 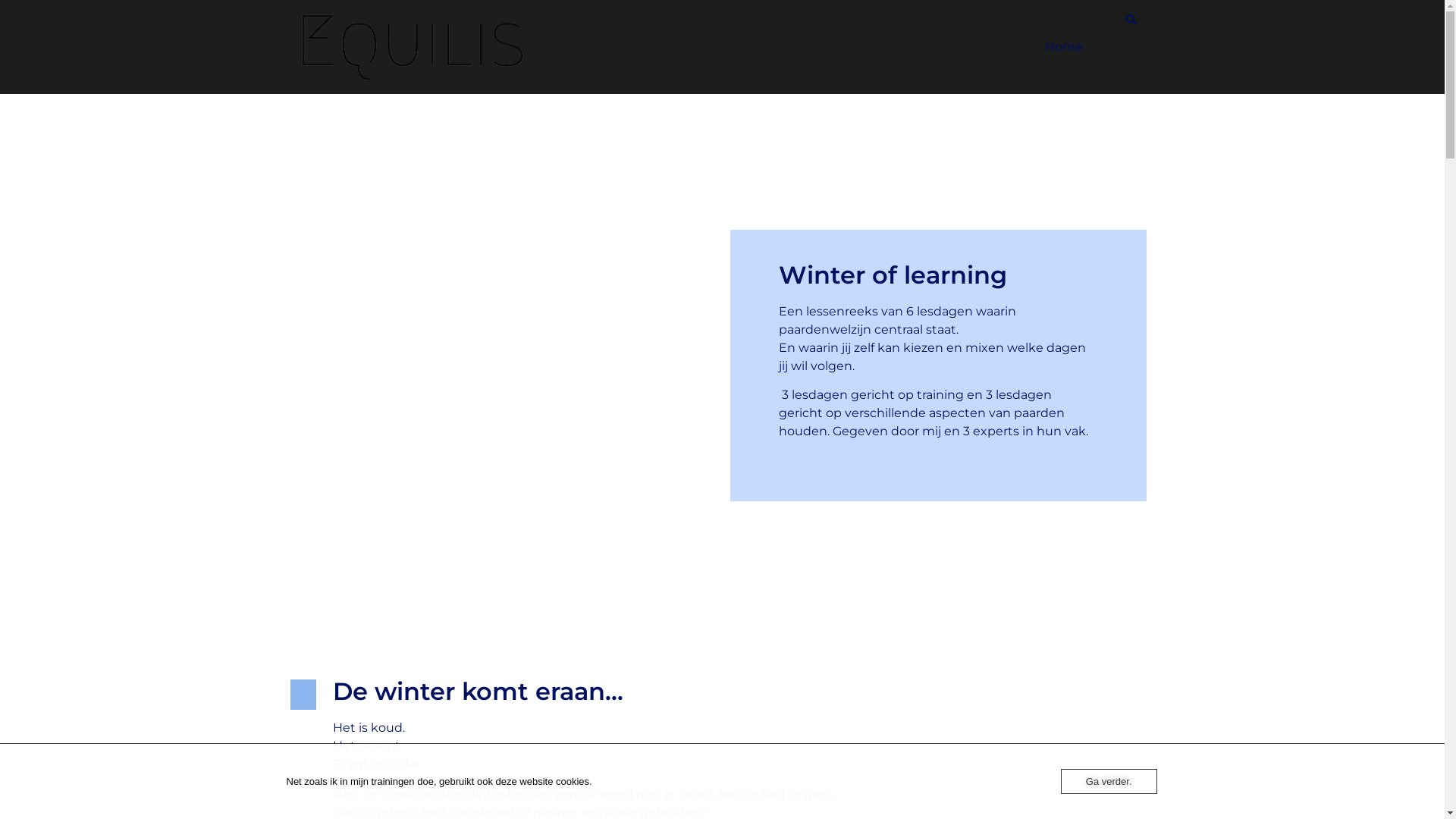 I want to click on 'Home', so click(x=1062, y=45).